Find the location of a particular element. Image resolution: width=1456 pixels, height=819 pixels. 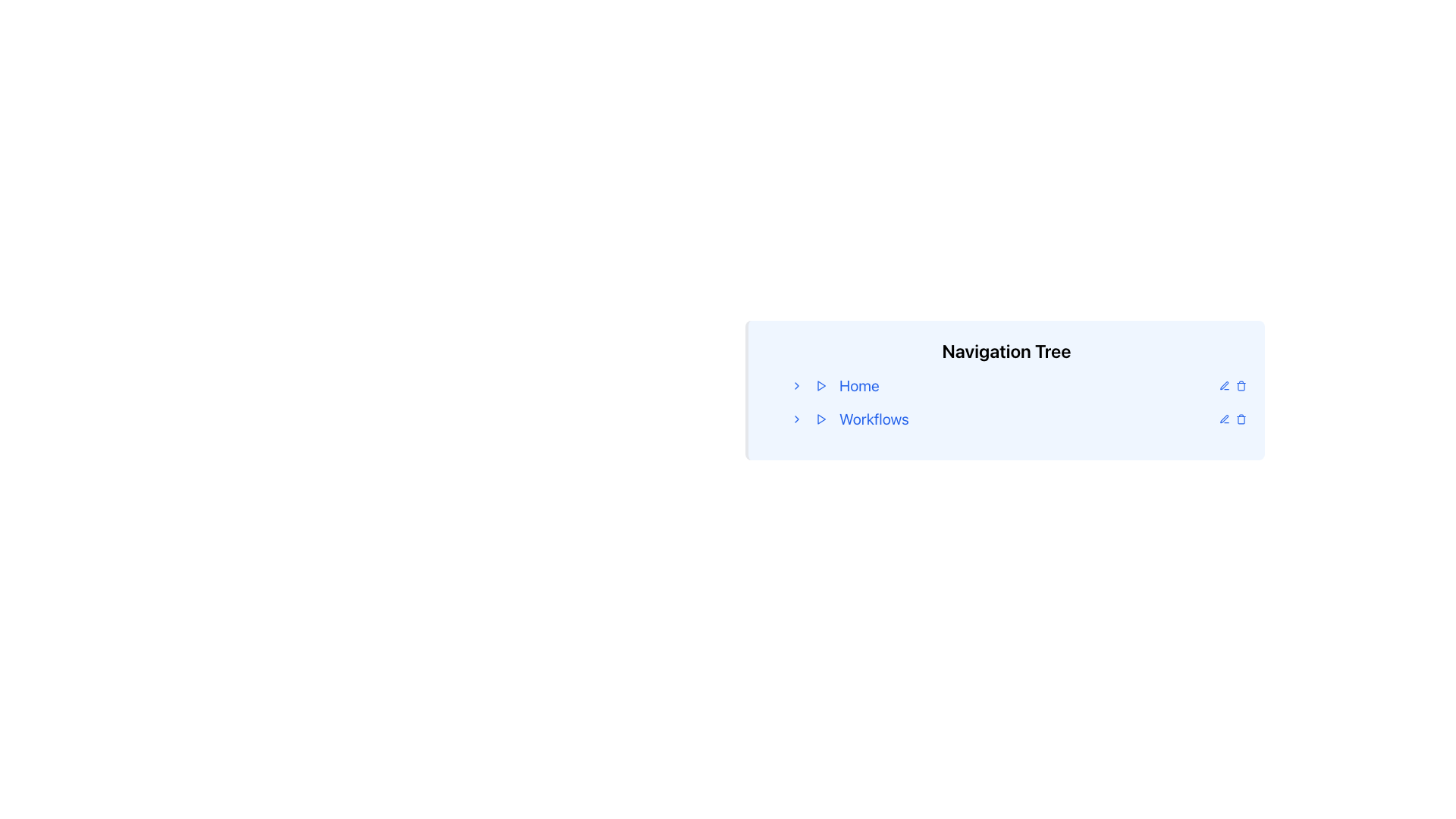

the chevron icon button is located at coordinates (796, 385).